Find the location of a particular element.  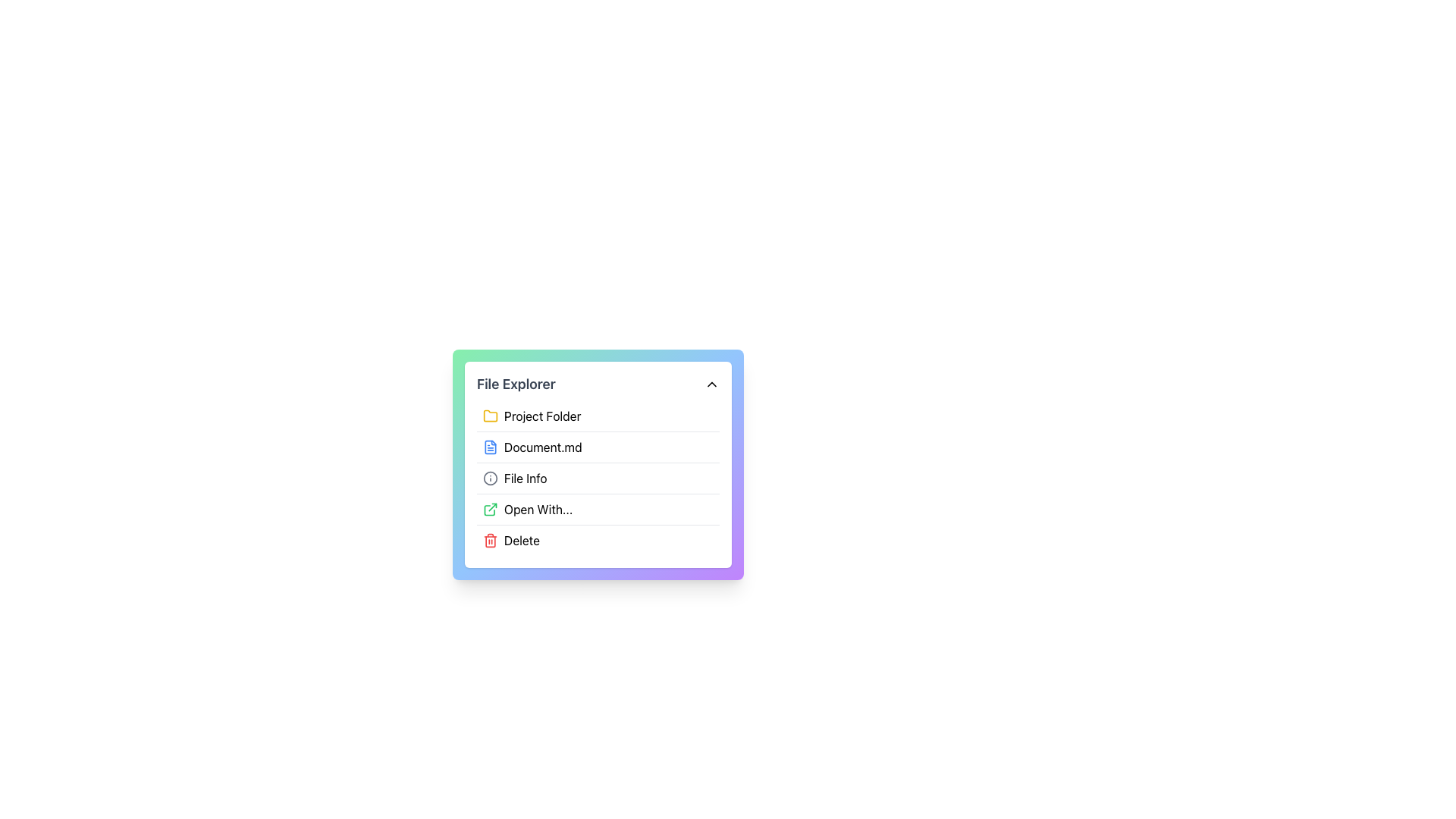

the 'Document.md' item in the File Explorer list is located at coordinates (597, 464).